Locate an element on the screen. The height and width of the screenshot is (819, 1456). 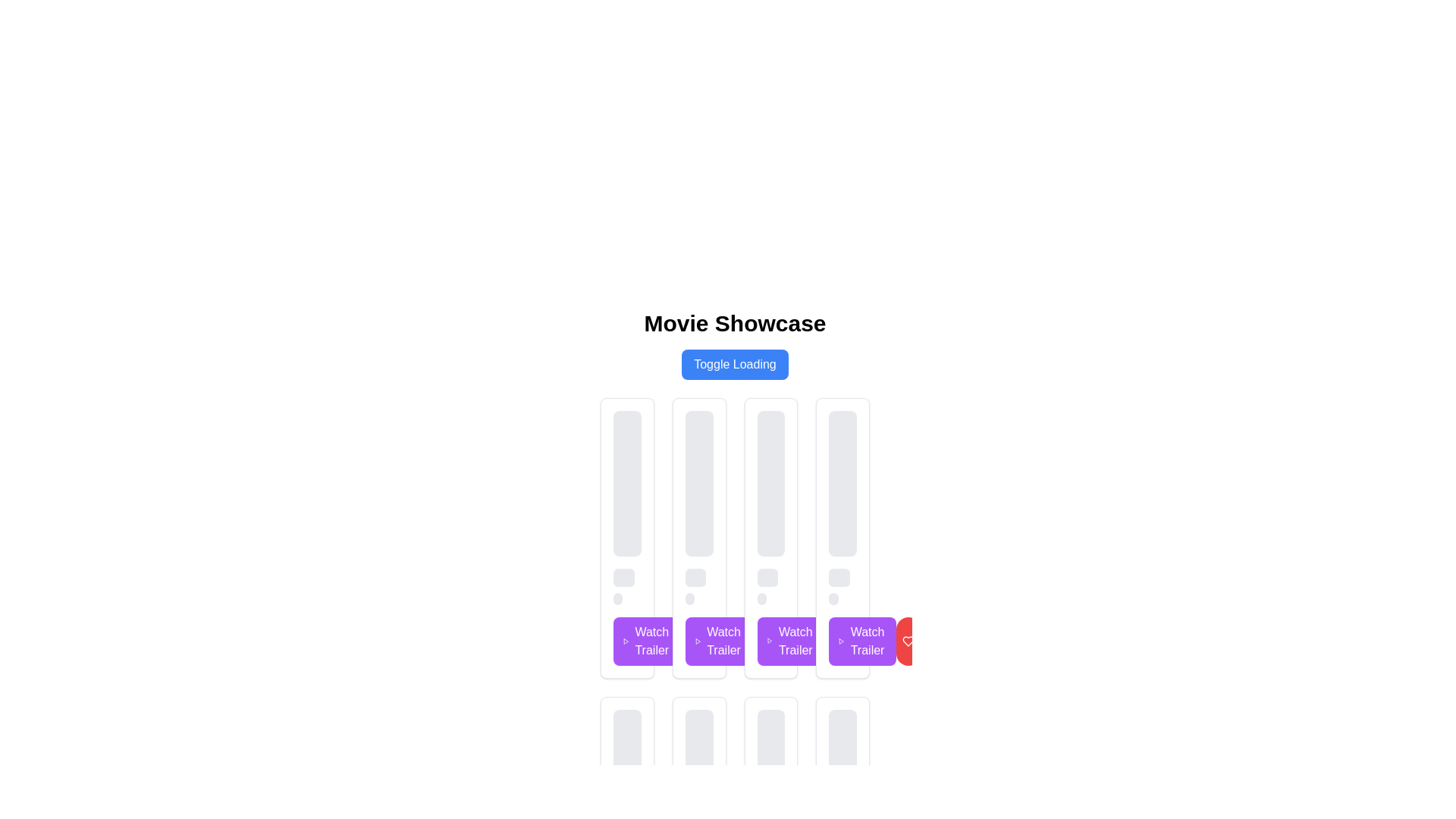
the rightmost purple rectangular button labeled 'Watch Trailer' to initiate trailer playback is located at coordinates (842, 641).